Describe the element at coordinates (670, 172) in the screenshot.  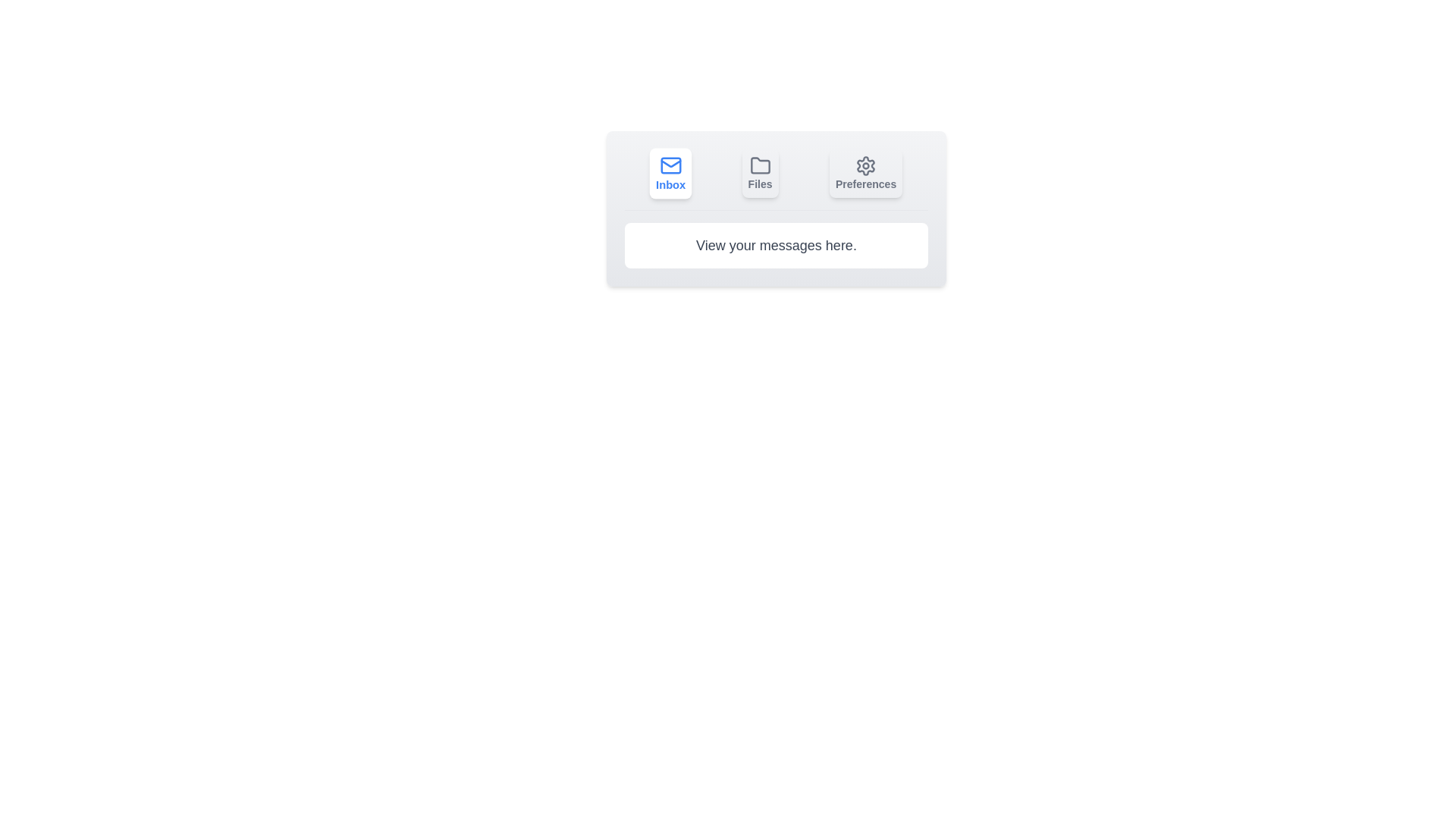
I see `the first button on the left side that allows navigation to the inbox section of the application` at that location.